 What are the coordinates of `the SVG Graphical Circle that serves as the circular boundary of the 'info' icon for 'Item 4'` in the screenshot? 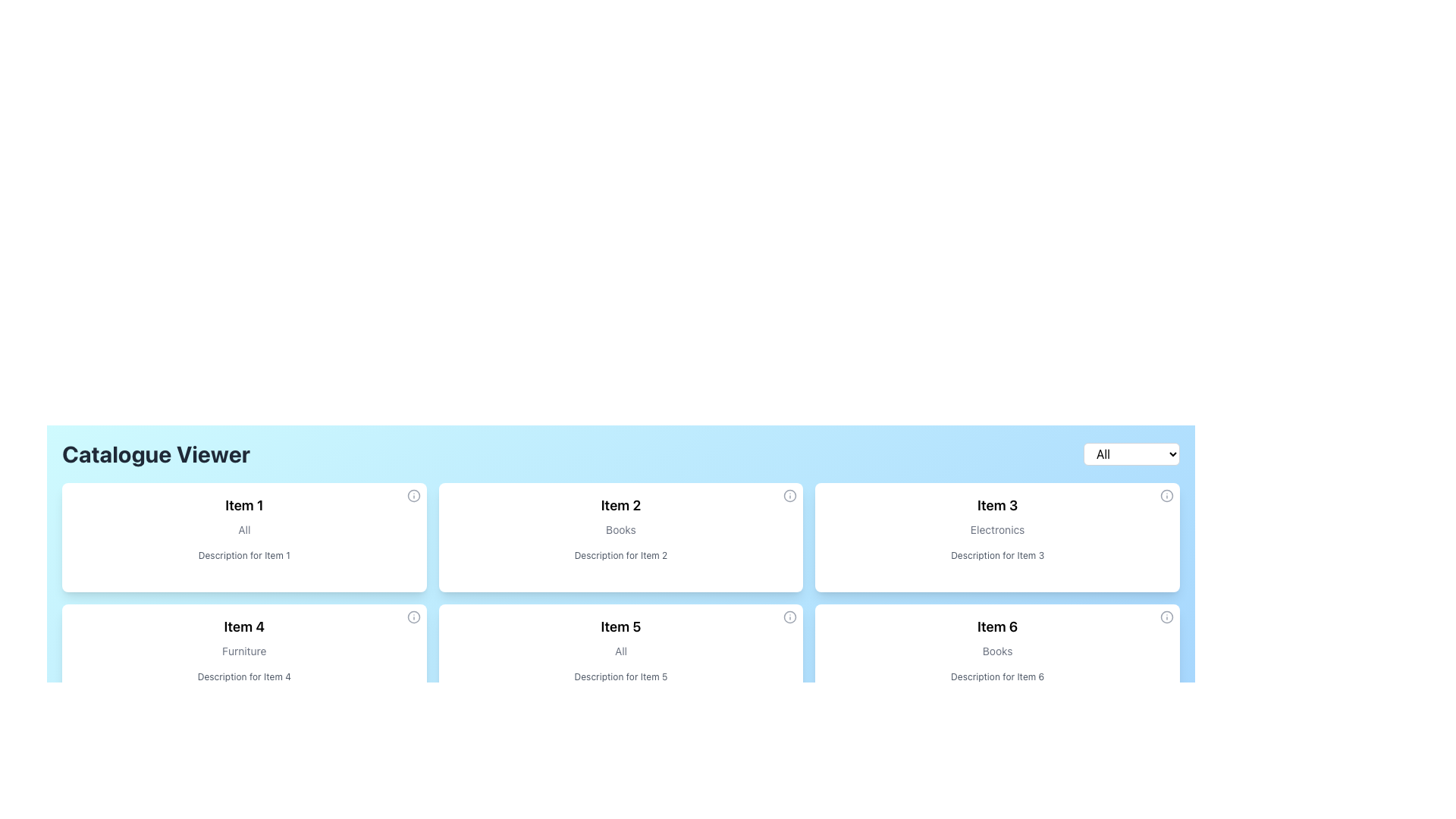 It's located at (413, 617).